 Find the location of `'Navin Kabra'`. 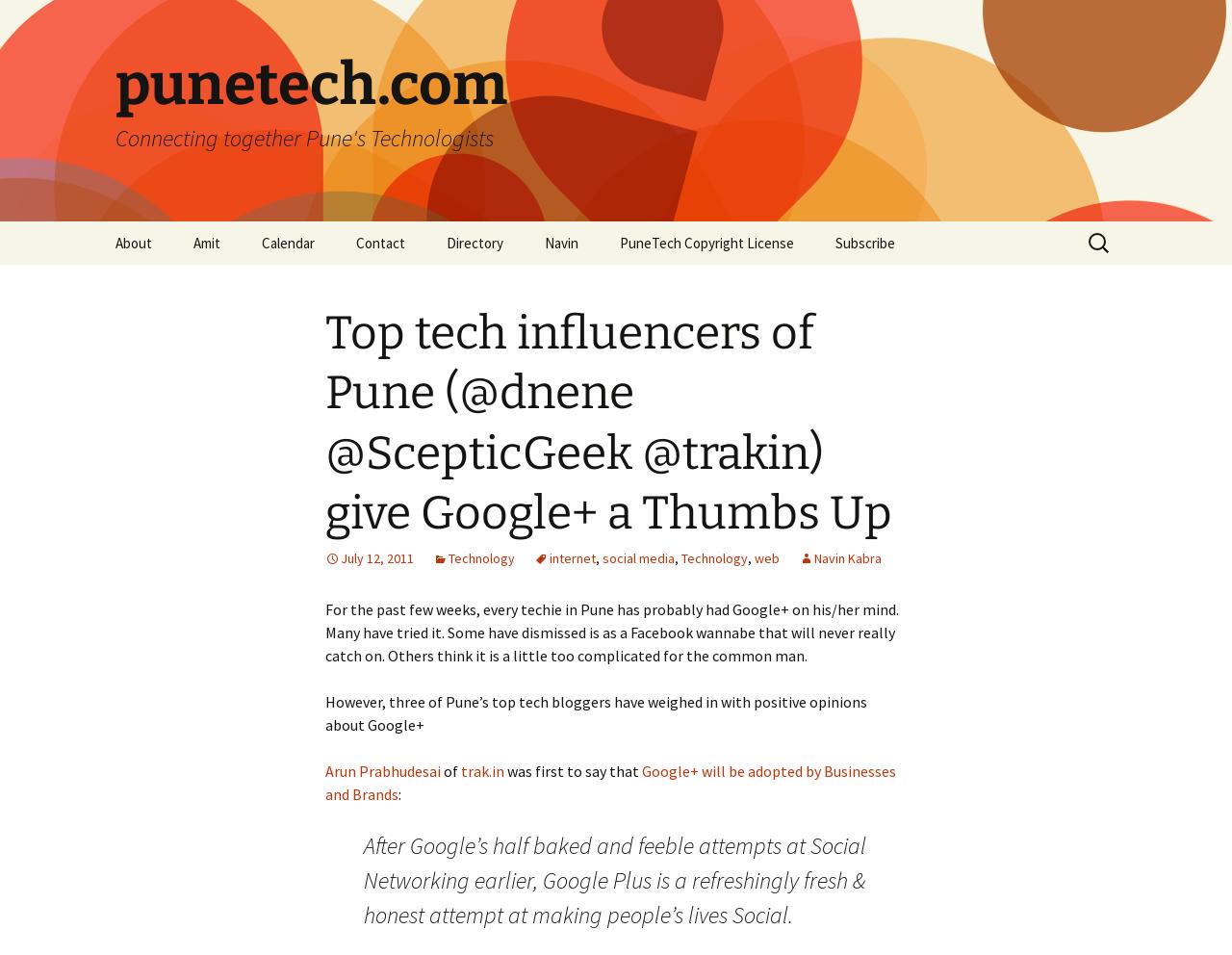

'Navin Kabra' is located at coordinates (813, 556).